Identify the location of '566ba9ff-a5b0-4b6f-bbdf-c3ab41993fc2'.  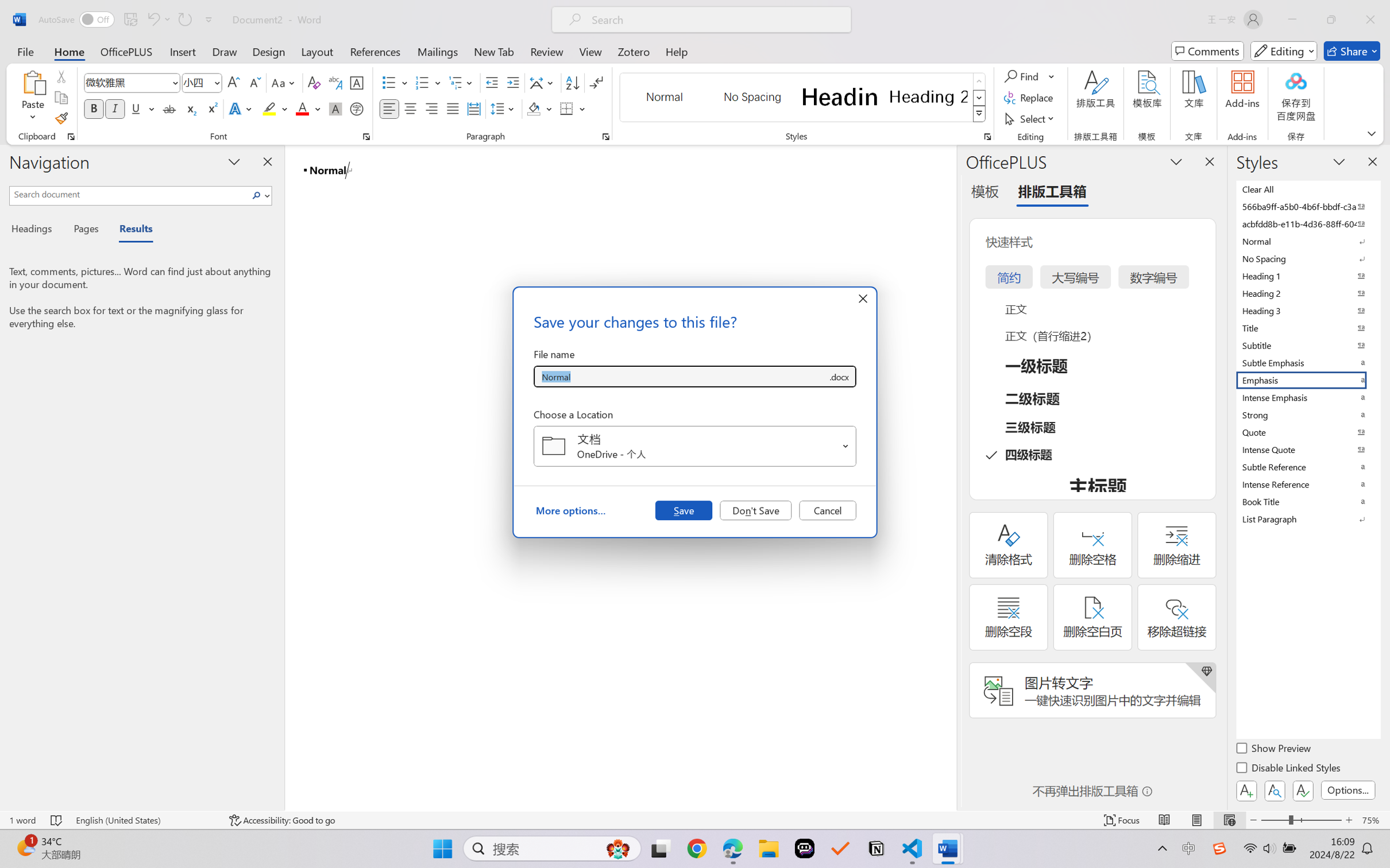
(1307, 206).